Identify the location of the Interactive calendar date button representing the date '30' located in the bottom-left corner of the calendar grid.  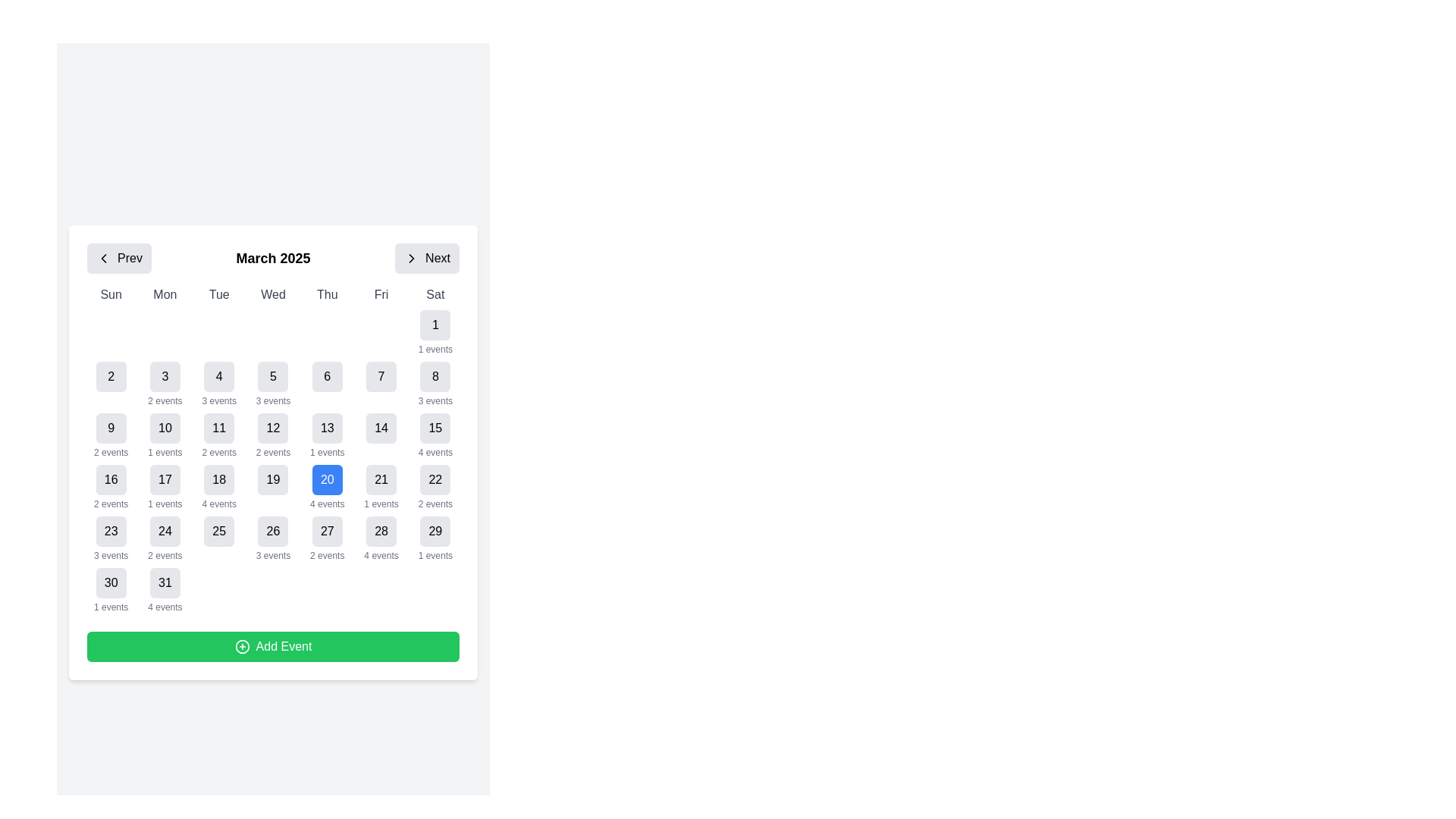
(110, 582).